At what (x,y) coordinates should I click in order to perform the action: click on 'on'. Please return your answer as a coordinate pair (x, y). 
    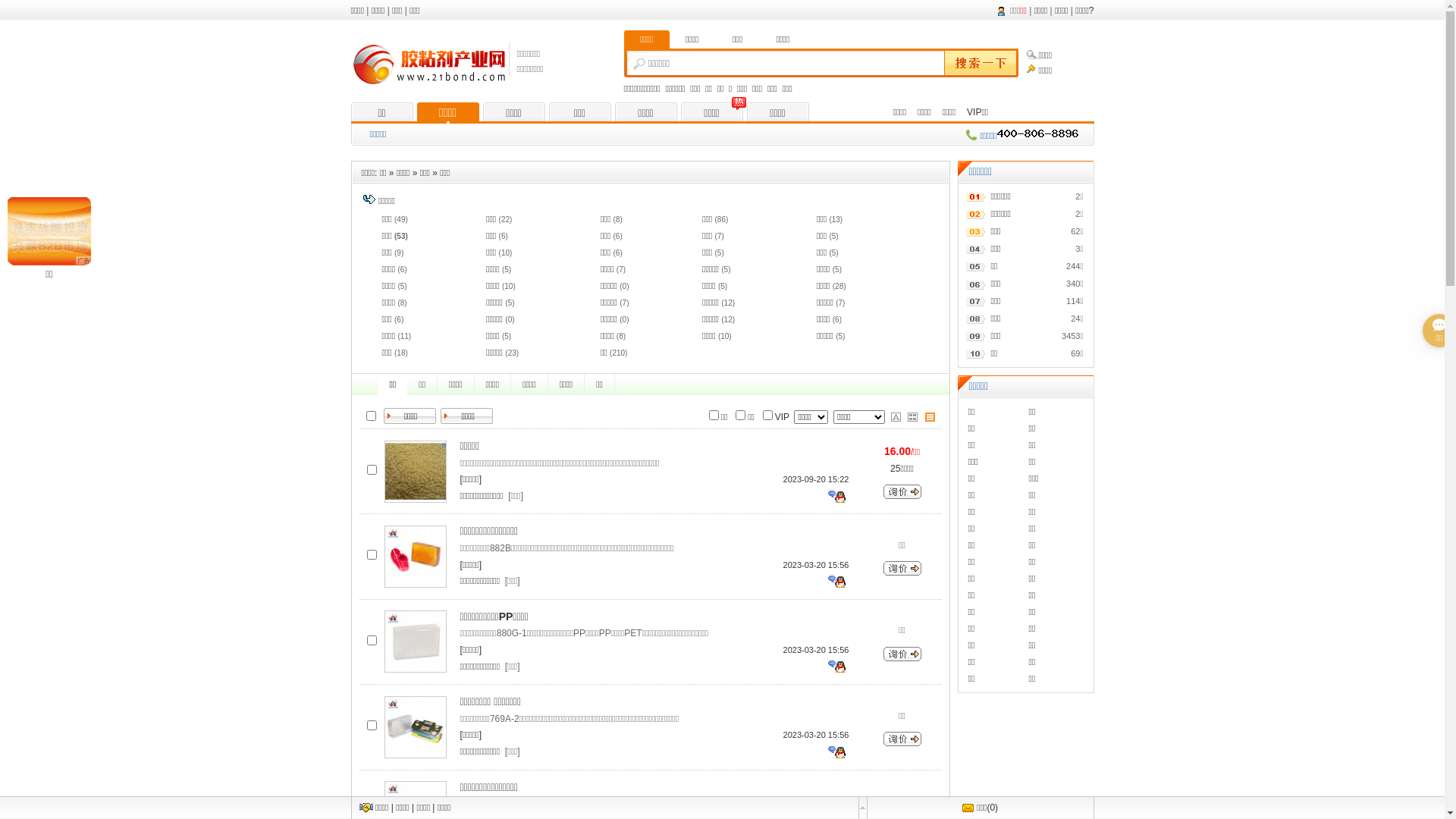
    Looking at the image, I should click on (366, 416).